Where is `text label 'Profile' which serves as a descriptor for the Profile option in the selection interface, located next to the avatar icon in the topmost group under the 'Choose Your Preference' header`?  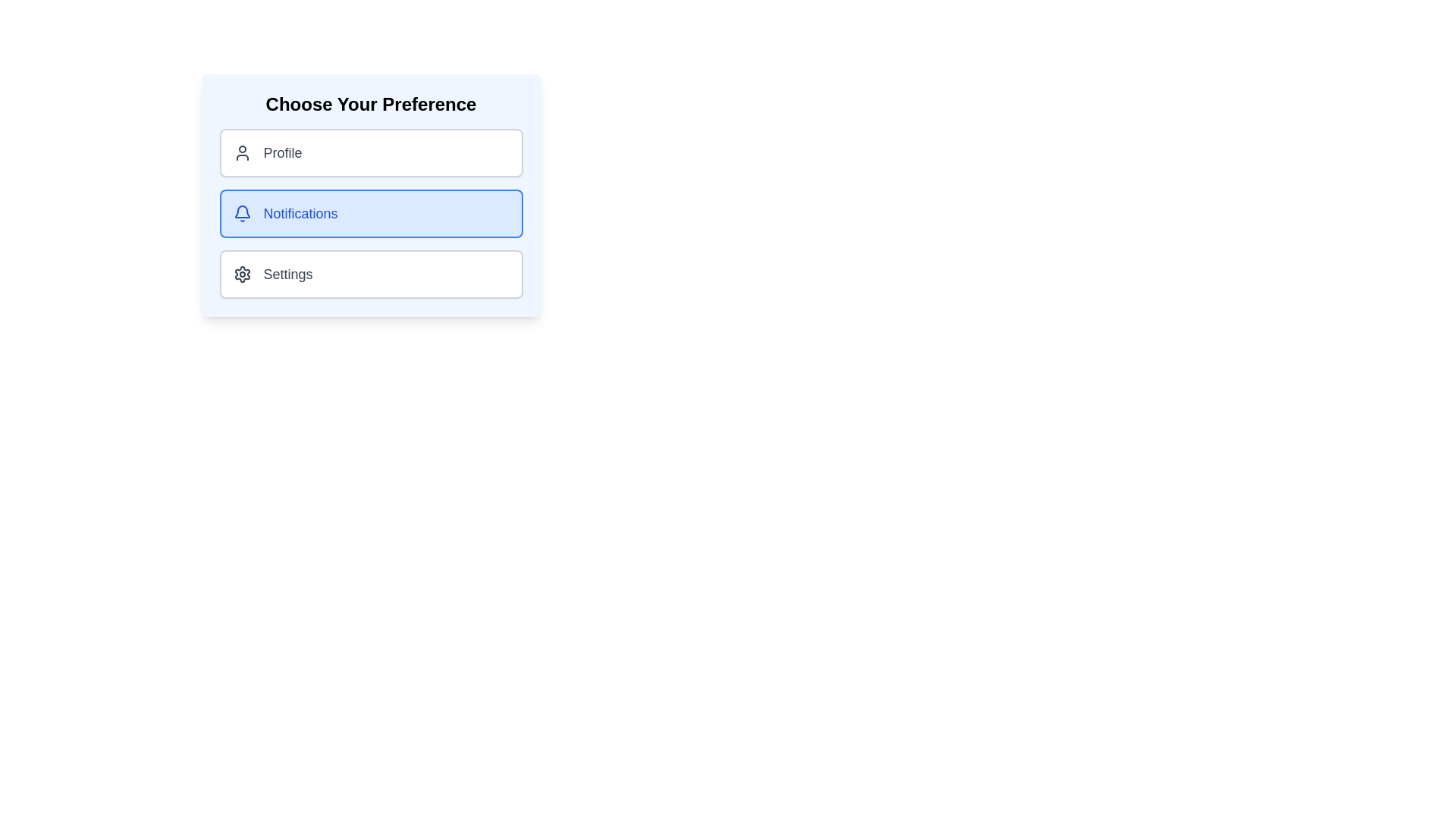
text label 'Profile' which serves as a descriptor for the Profile option in the selection interface, located next to the avatar icon in the topmost group under the 'Choose Your Preference' header is located at coordinates (283, 152).